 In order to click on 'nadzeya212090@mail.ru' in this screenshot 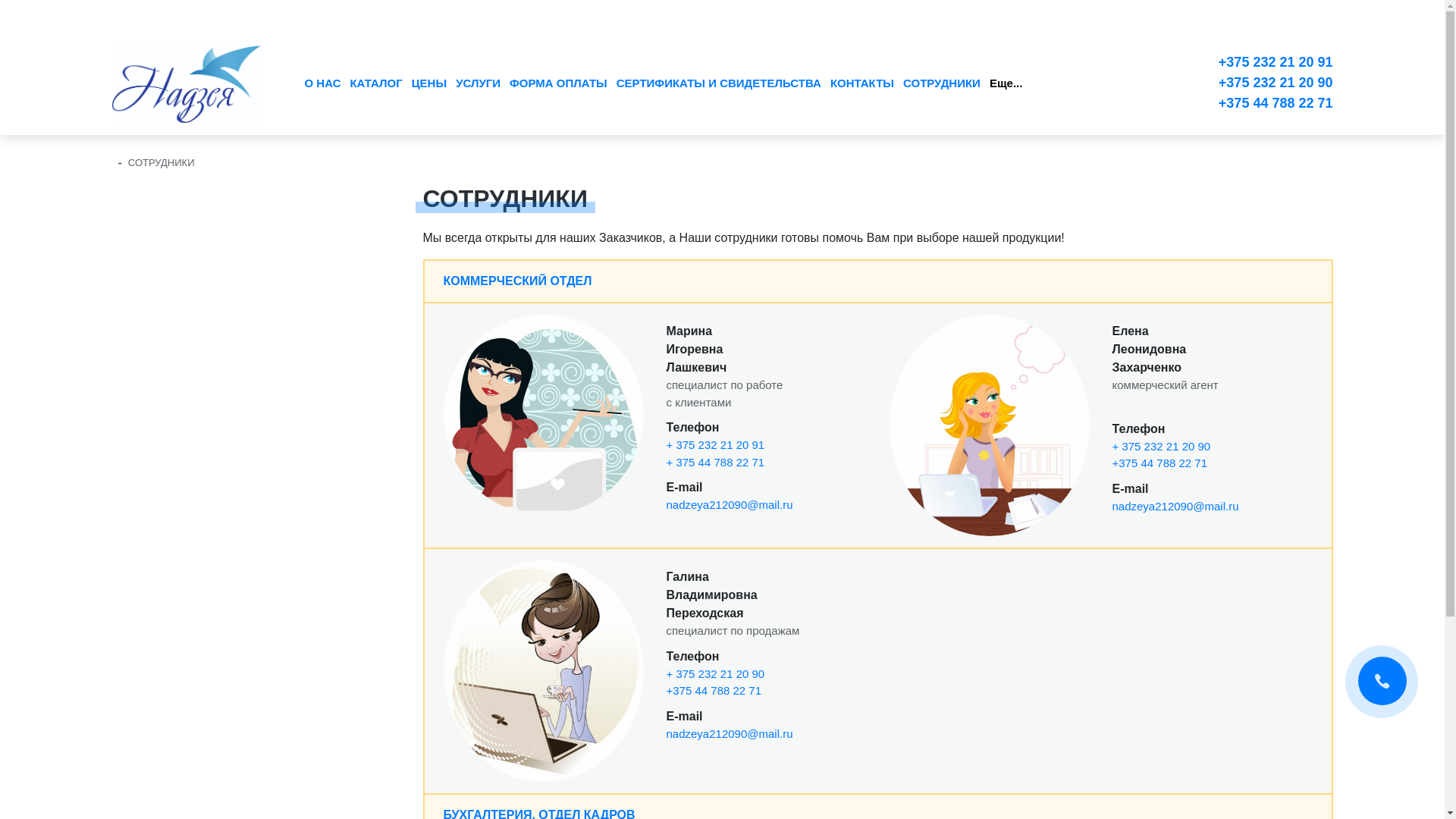, I will do `click(666, 733)`.